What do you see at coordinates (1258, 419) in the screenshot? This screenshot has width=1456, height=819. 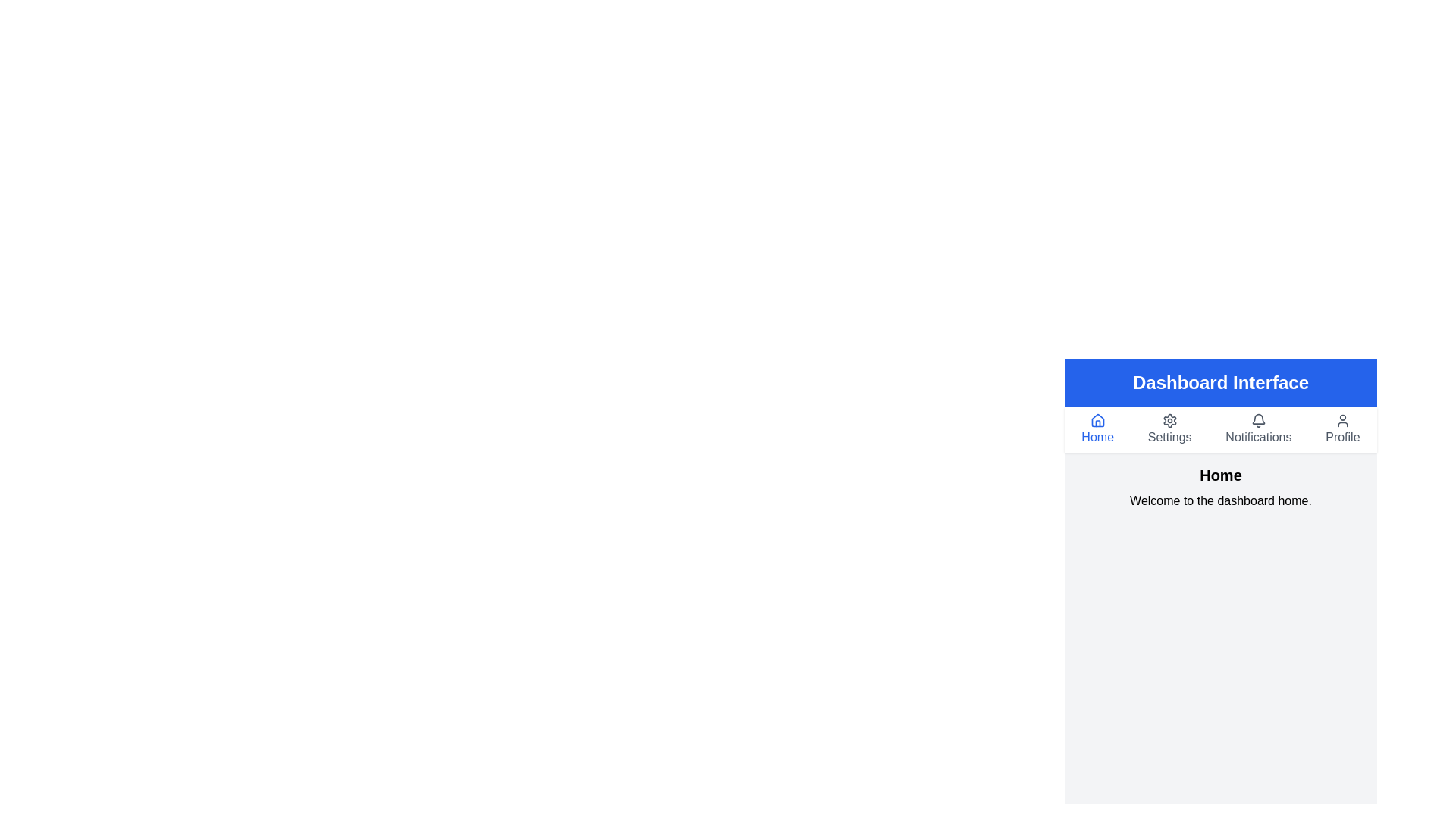 I see `the third icon from the left in the navigation bar, which represents notifications` at bounding box center [1258, 419].